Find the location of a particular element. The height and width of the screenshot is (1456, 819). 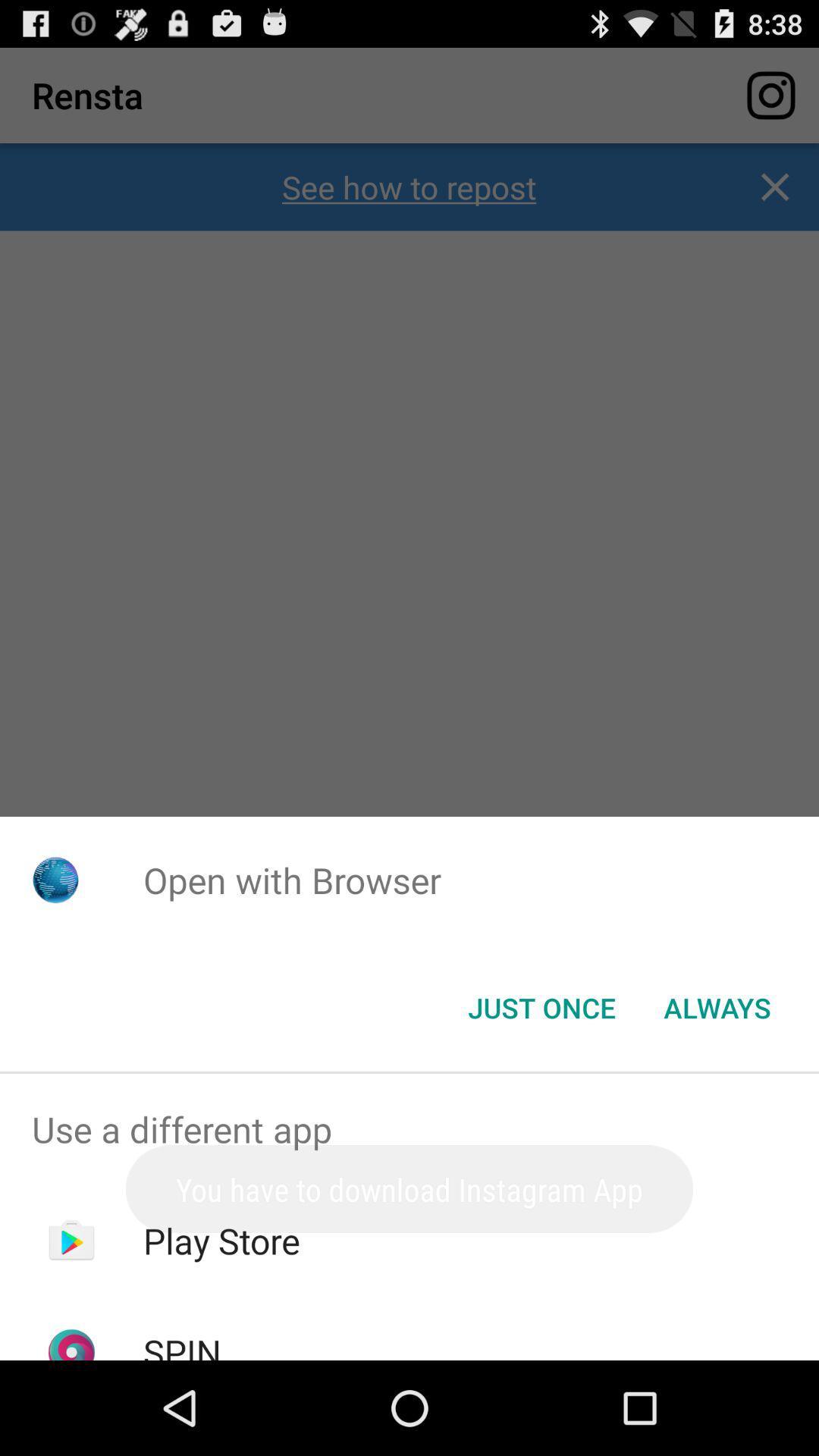

always at the bottom right corner is located at coordinates (717, 1008).